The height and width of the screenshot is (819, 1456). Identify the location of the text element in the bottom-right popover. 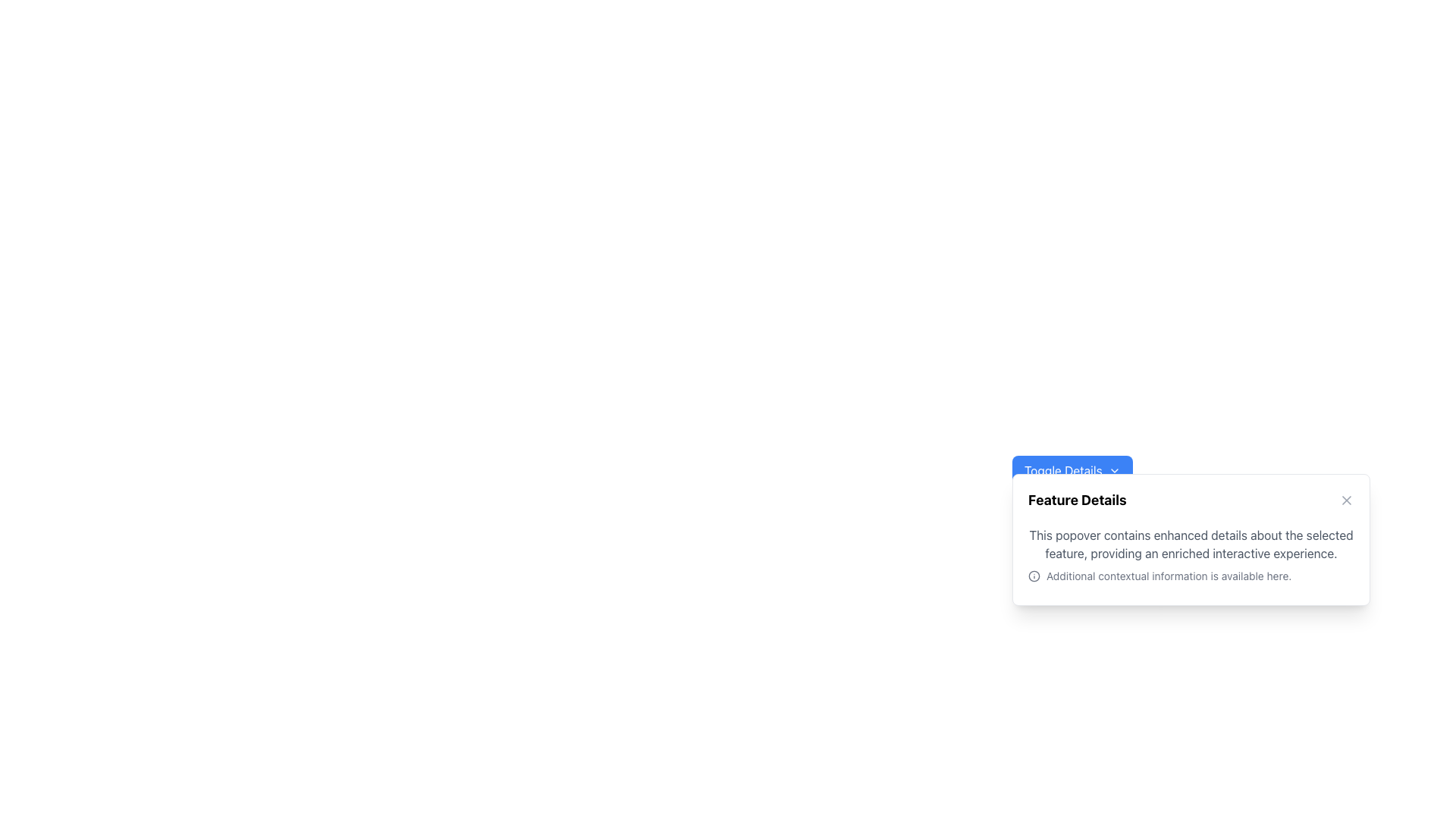
(1190, 576).